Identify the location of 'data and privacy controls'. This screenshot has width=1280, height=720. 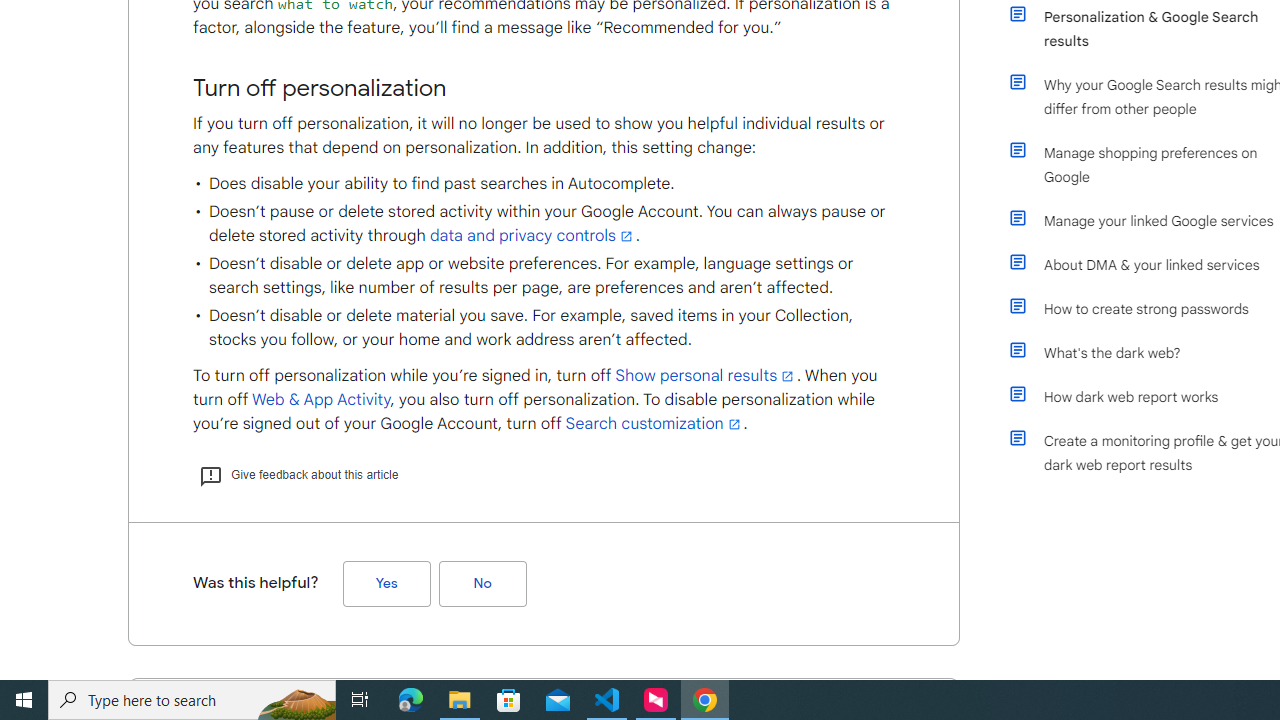
(532, 235).